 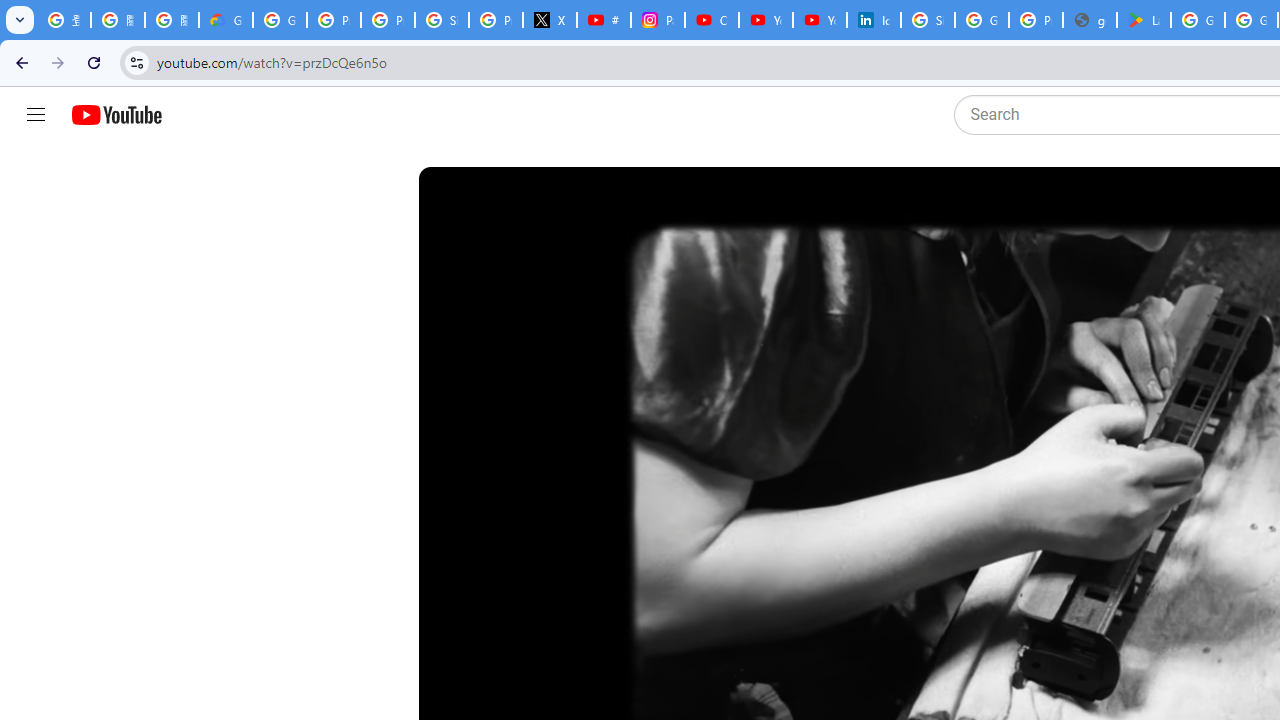 I want to click on 'Guide', so click(x=35, y=115).